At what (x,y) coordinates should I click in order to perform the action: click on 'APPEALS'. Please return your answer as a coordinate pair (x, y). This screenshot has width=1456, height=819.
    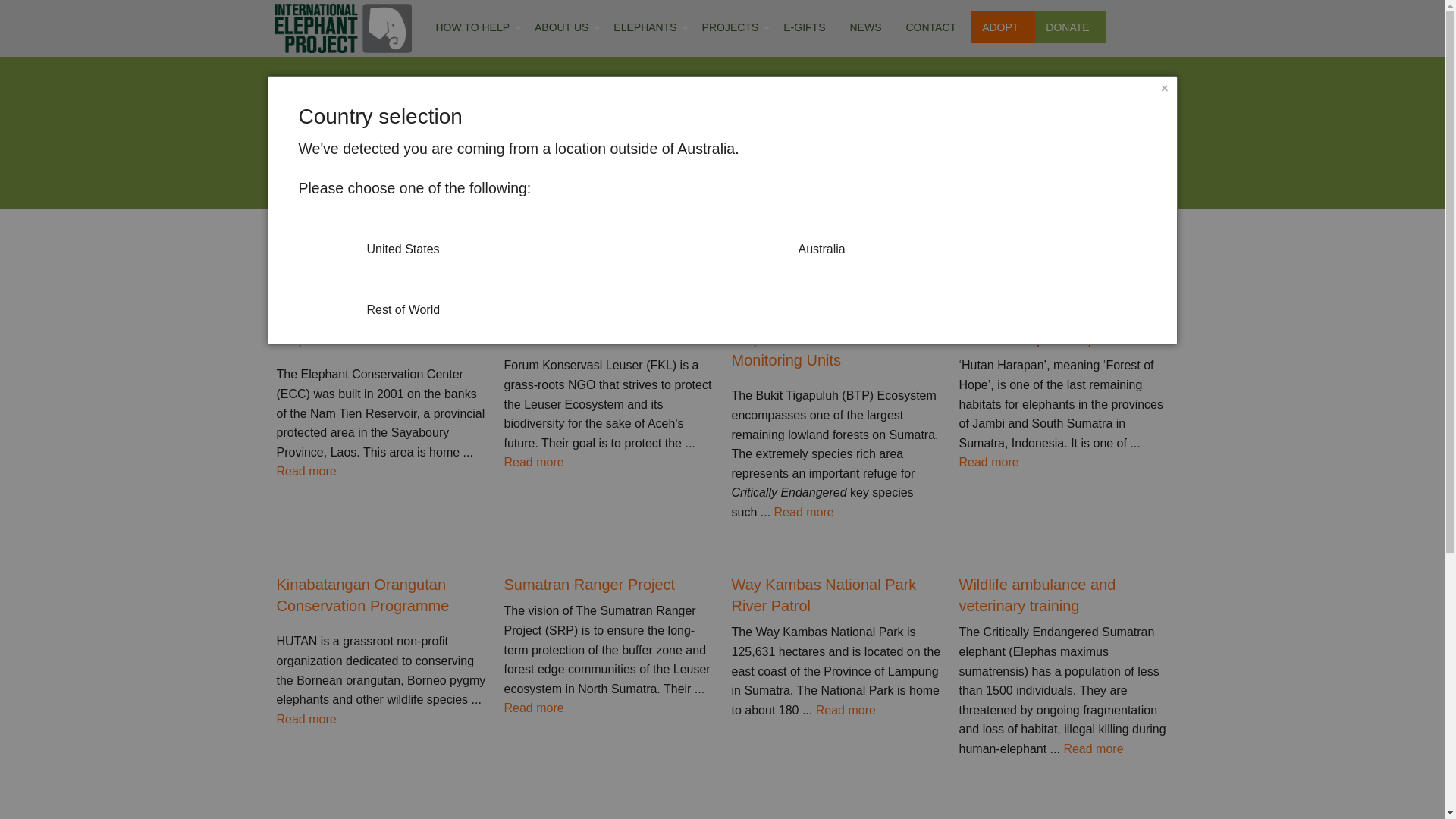
    Looking at the image, I should click on (470, 152).